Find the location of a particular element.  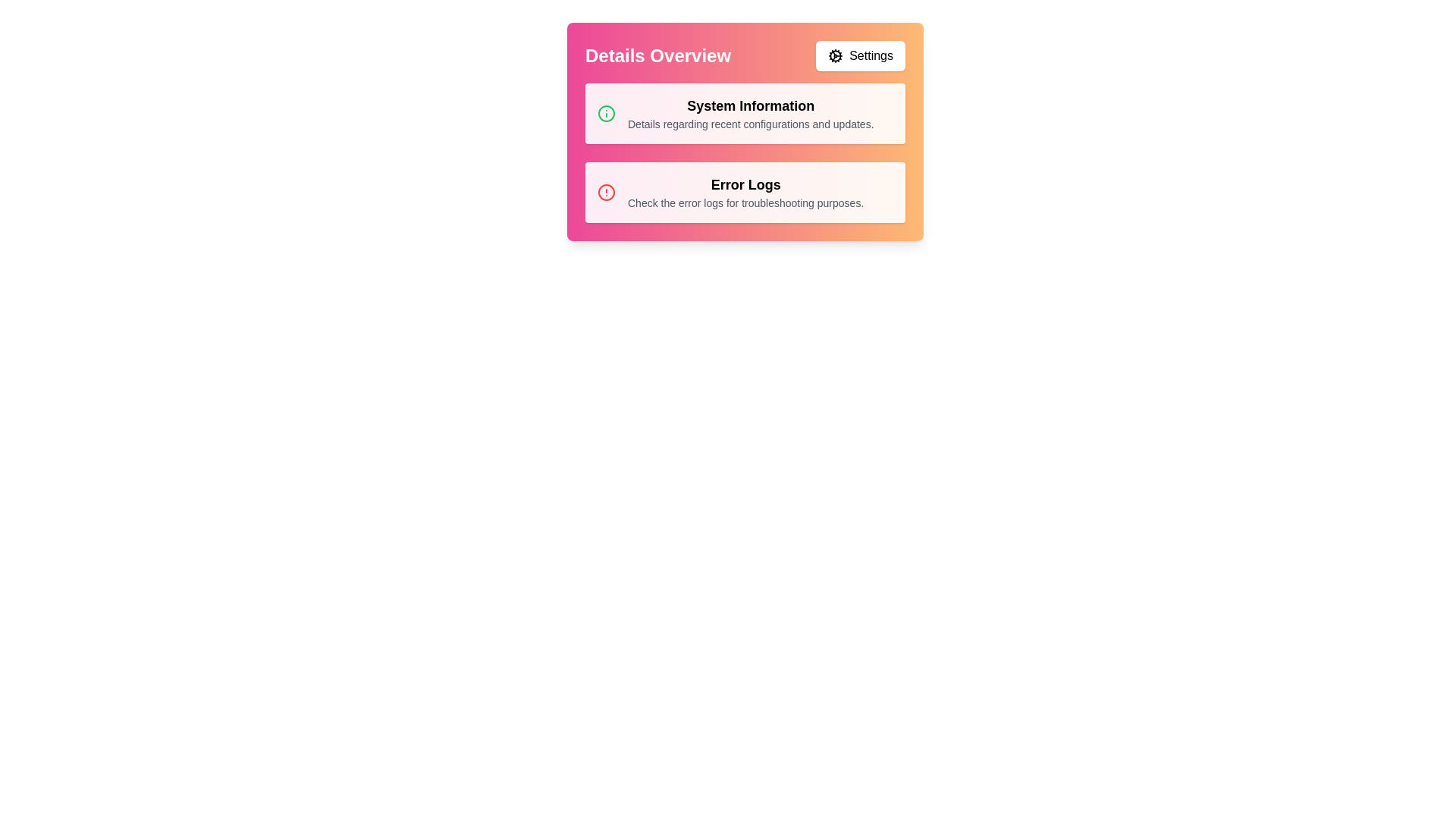

text label providing additional information related to the 'System Information' section, positioned beneath the 'System Information' heading is located at coordinates (751, 124).